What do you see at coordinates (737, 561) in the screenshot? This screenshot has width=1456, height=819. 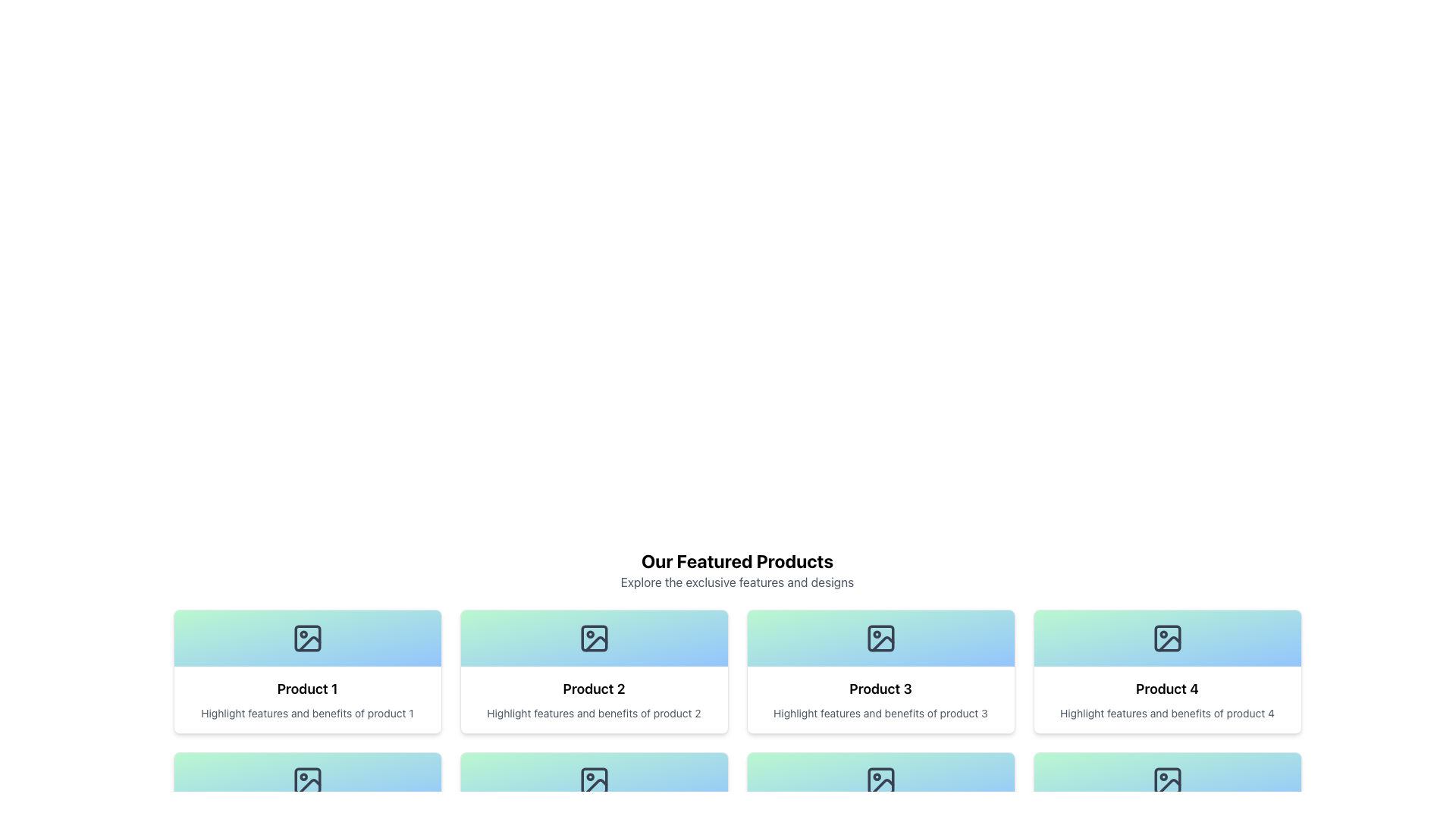 I see `the headline text element located at the top center of the section` at bounding box center [737, 561].